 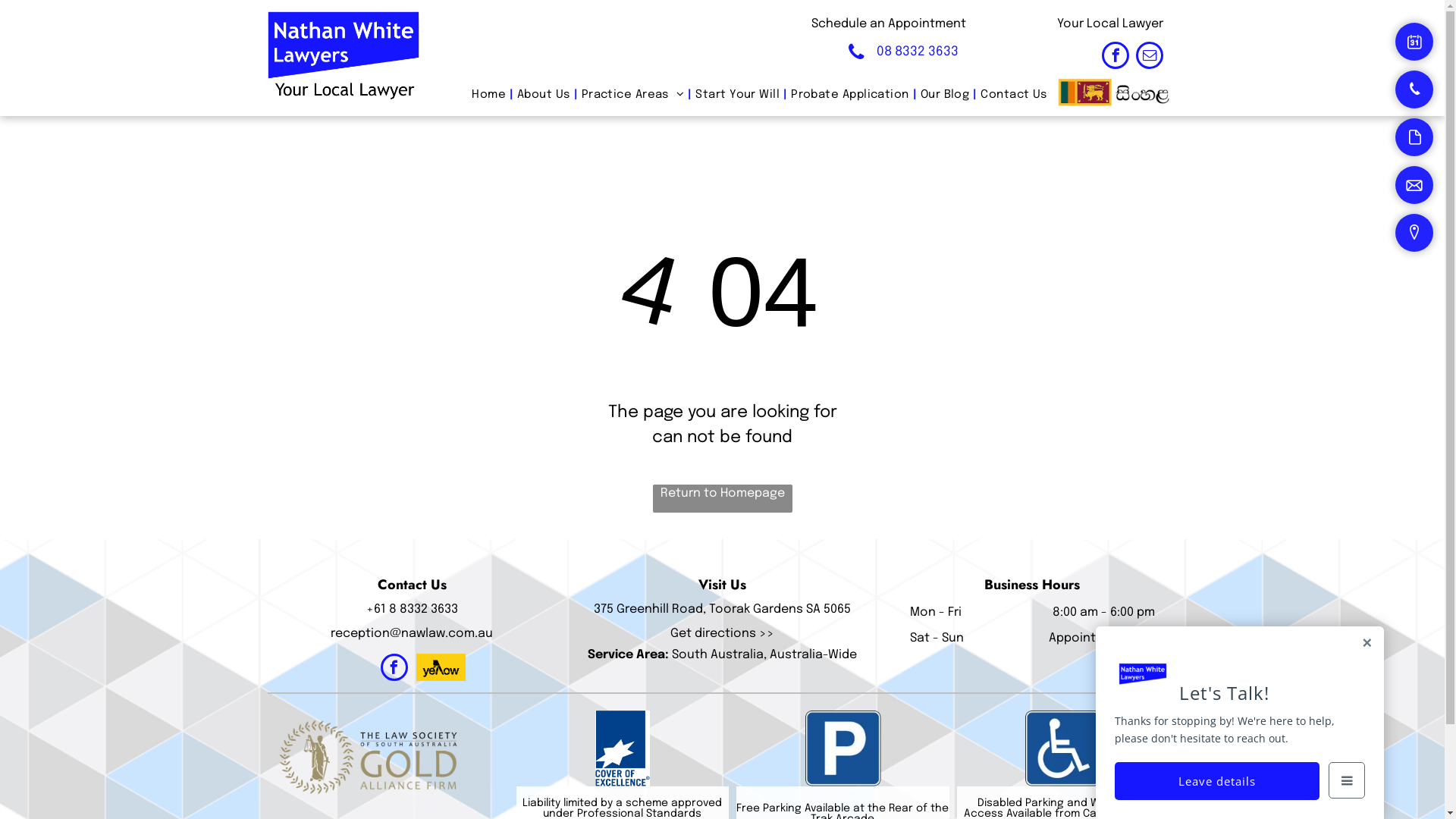 I want to click on '08 8332 3633', so click(x=907, y=51).